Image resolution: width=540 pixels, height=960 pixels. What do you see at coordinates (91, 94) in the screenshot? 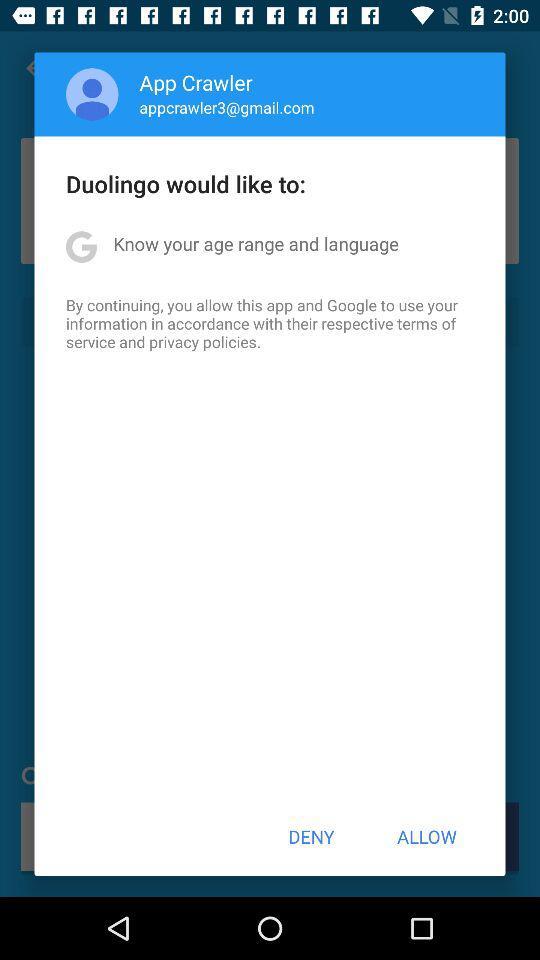
I see `icon above duolingo would like item` at bounding box center [91, 94].